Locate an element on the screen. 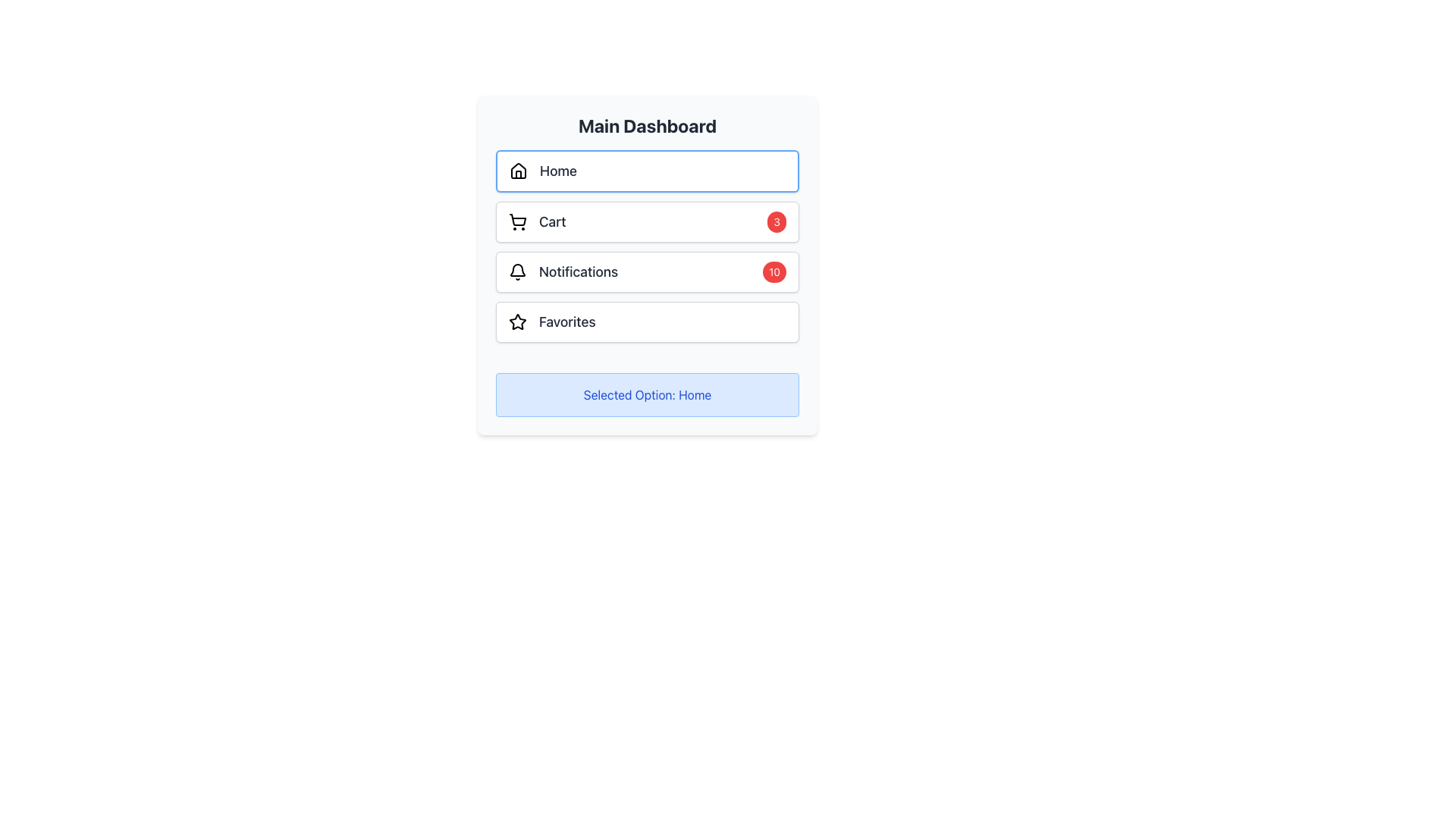 This screenshot has width=1456, height=819. displayed text from the Text Label indicating the currently selected option 'Home' located under the 'Main Dashboard' heading and below the 'Favorites' section is located at coordinates (648, 394).